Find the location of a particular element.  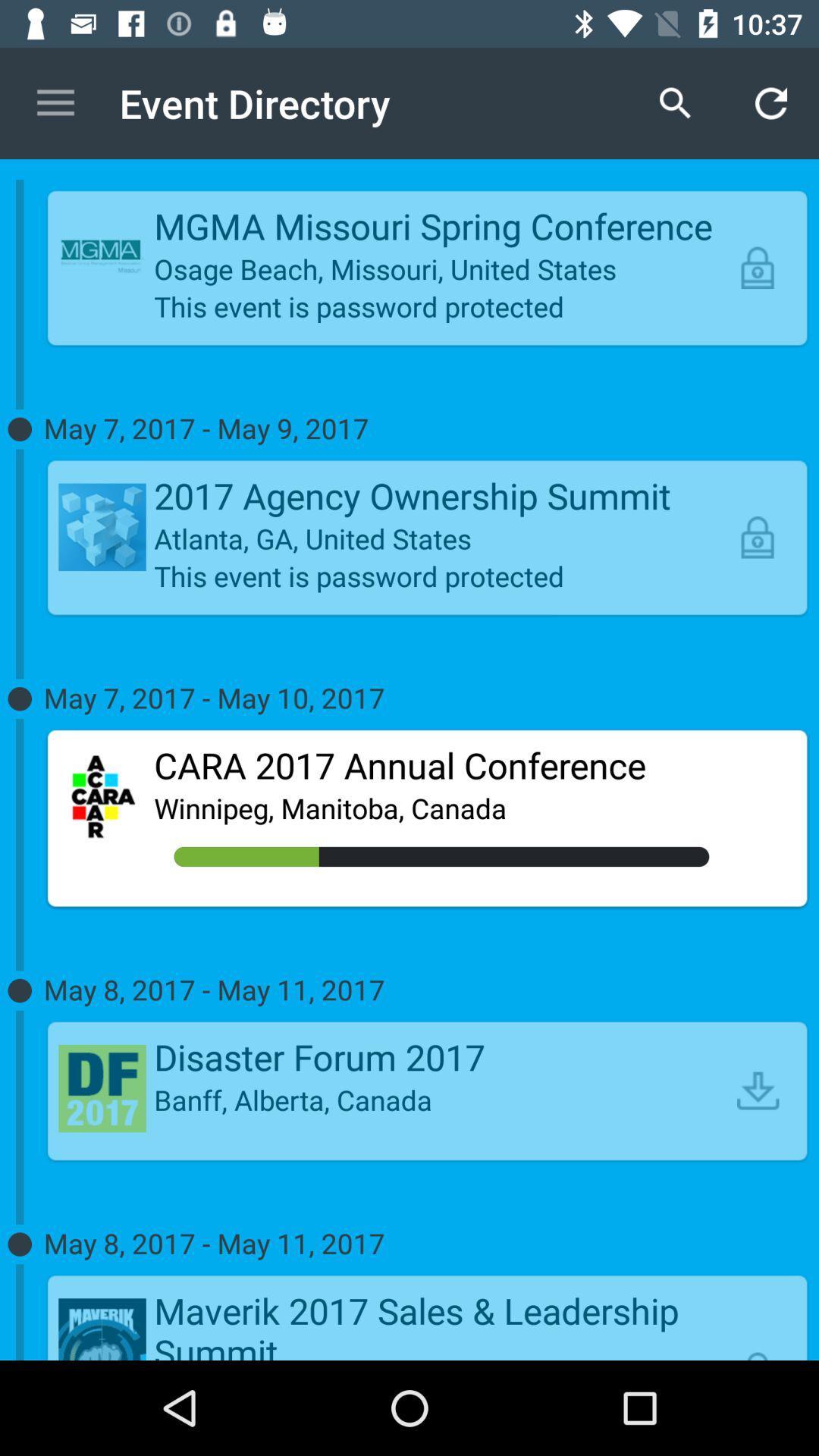

the icon below may 8 2017 item is located at coordinates (441, 1323).